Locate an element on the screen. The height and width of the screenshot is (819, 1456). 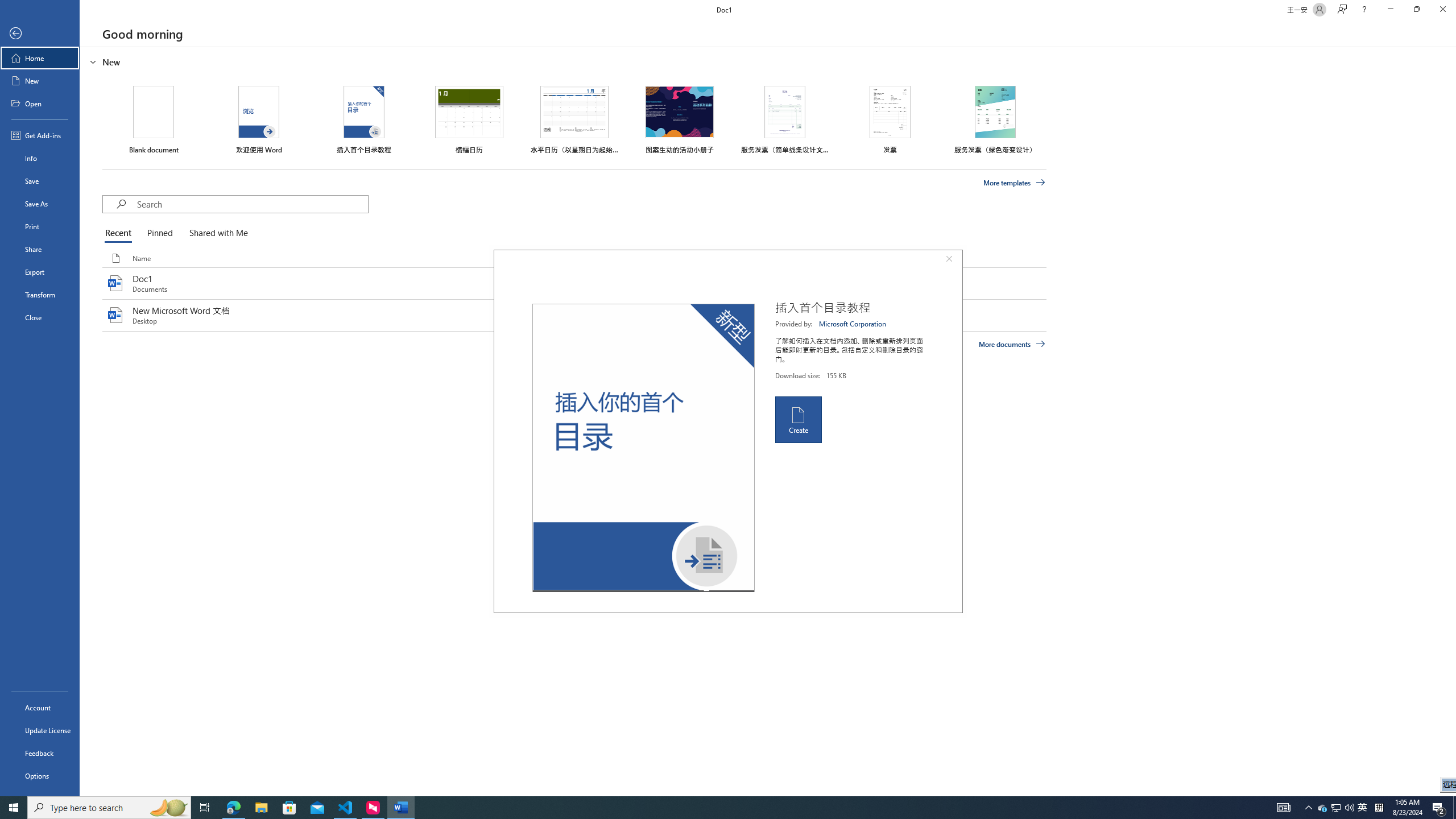
'Info' is located at coordinates (39, 157).